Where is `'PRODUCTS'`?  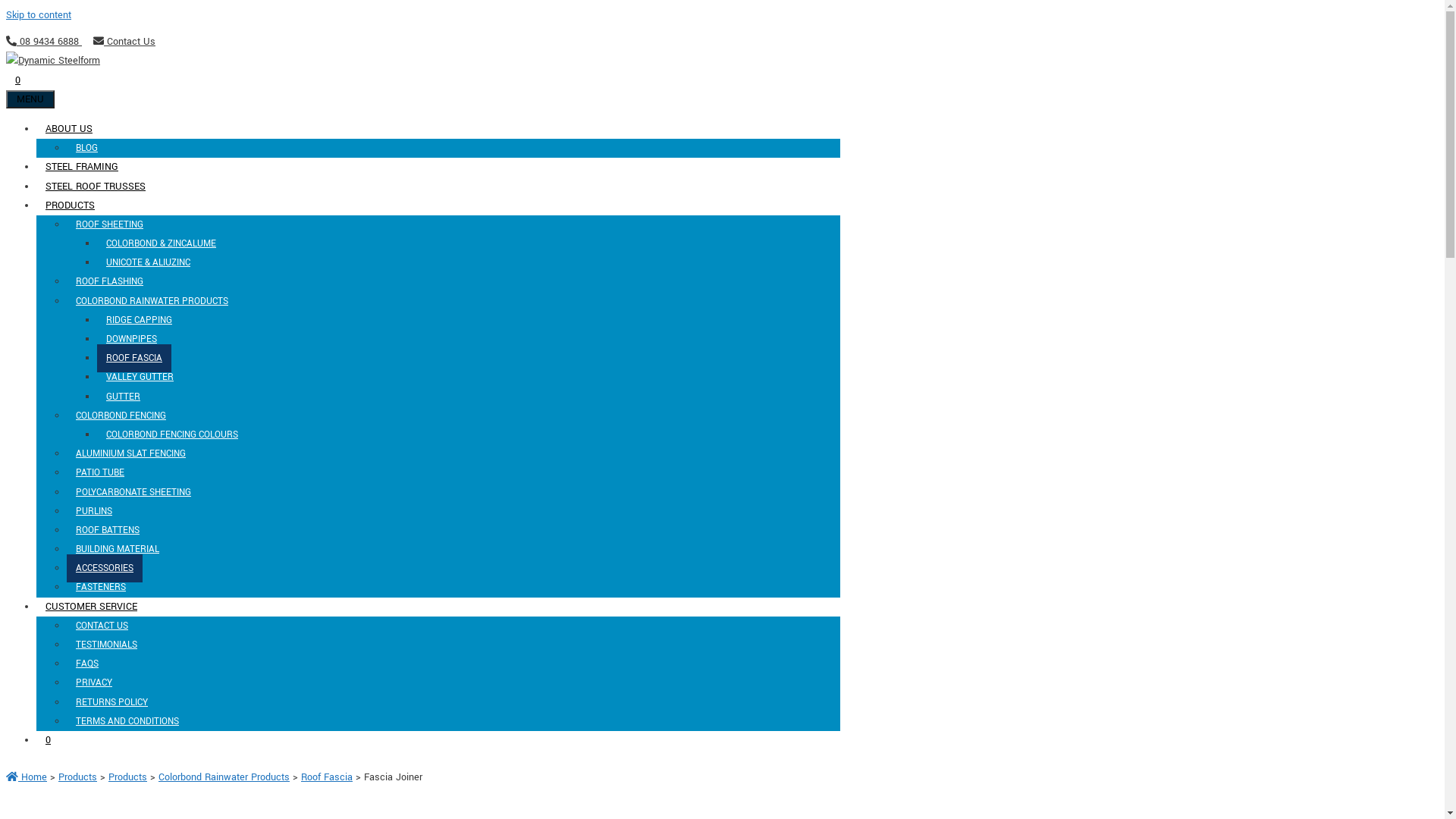
'PRODUCTS' is located at coordinates (74, 205).